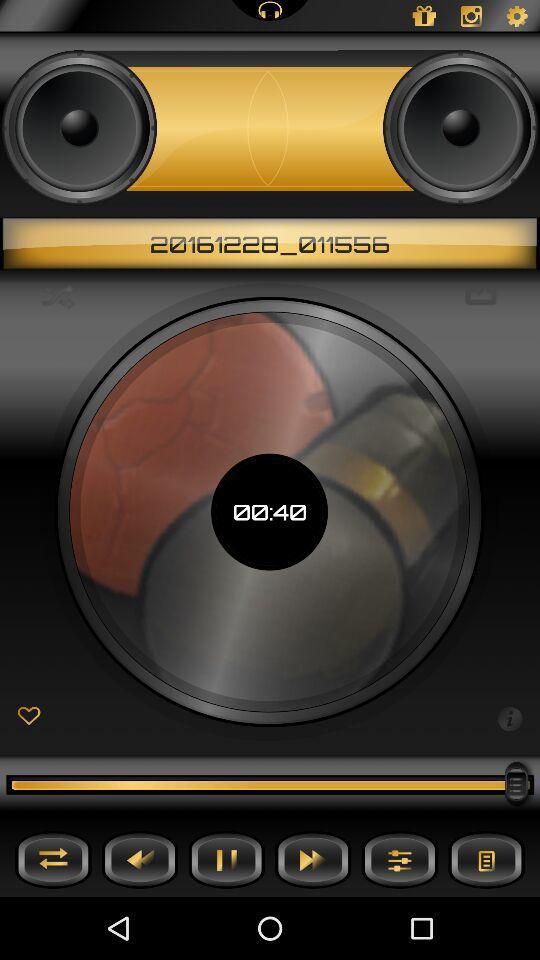 This screenshot has width=540, height=960. I want to click on switch, so click(53, 858).